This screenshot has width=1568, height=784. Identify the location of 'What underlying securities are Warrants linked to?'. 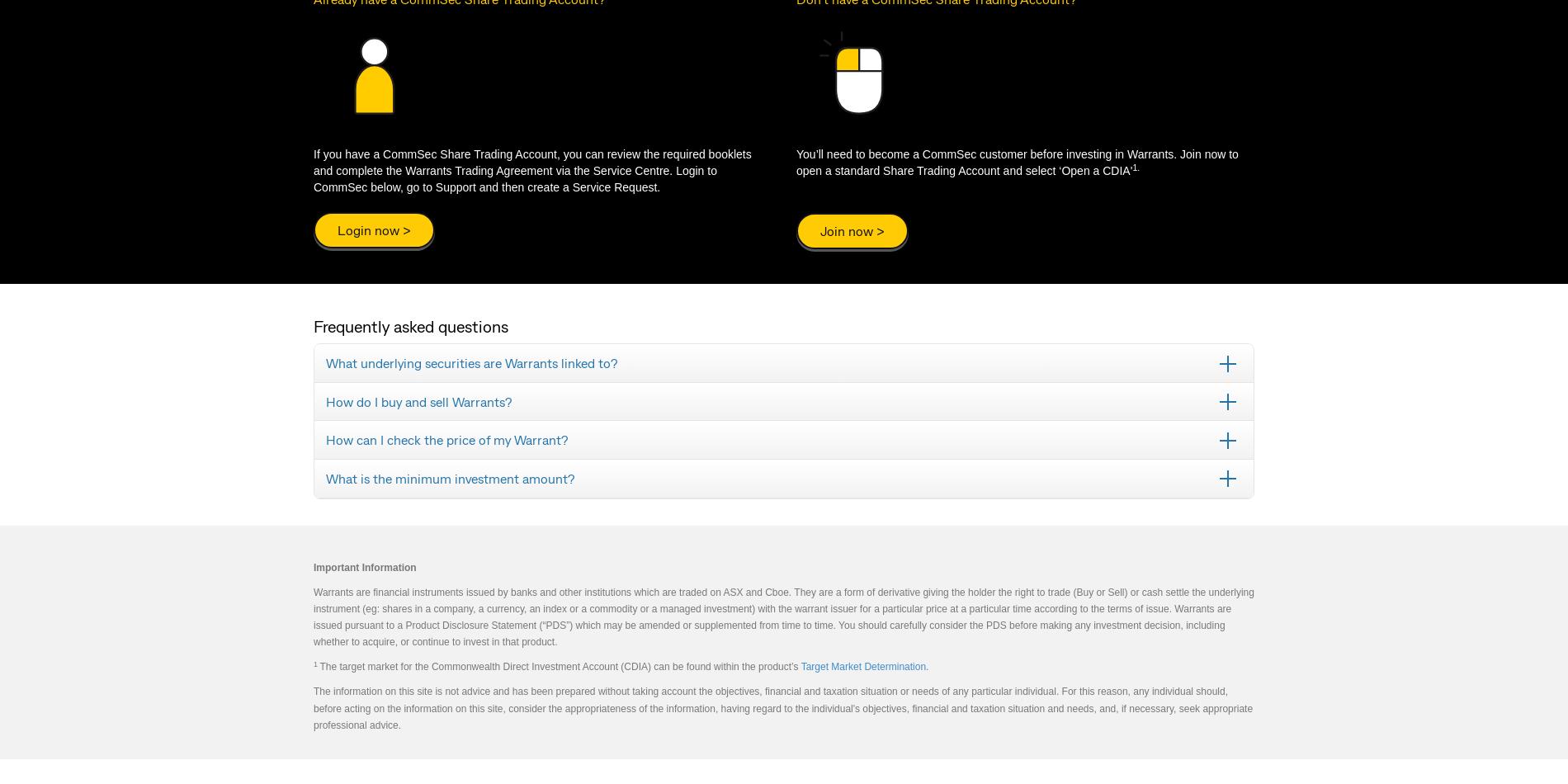
(471, 361).